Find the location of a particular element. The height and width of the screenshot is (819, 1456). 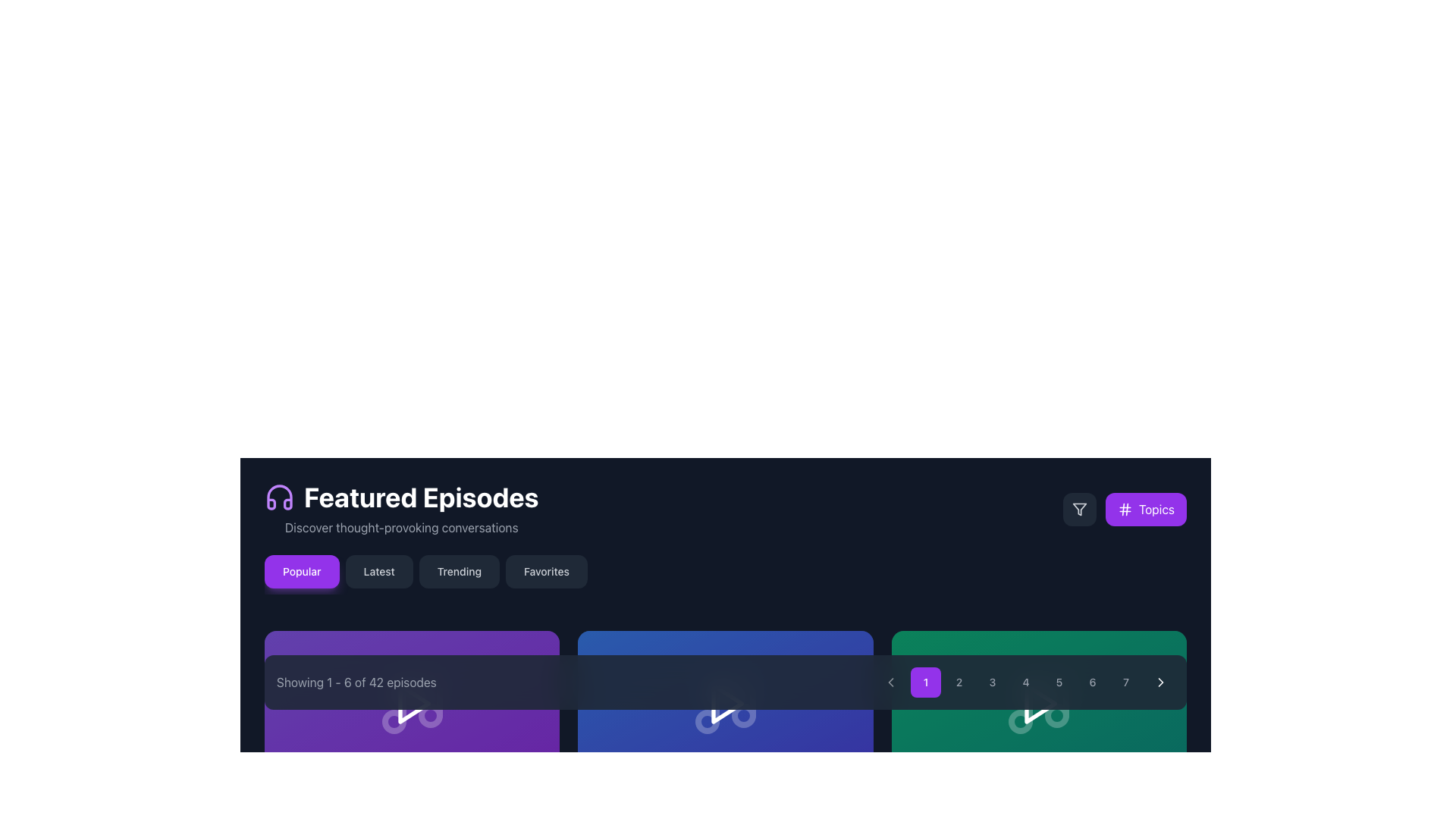

the square button with rounded corners and a funnel icon at its center is located at coordinates (1078, 509).